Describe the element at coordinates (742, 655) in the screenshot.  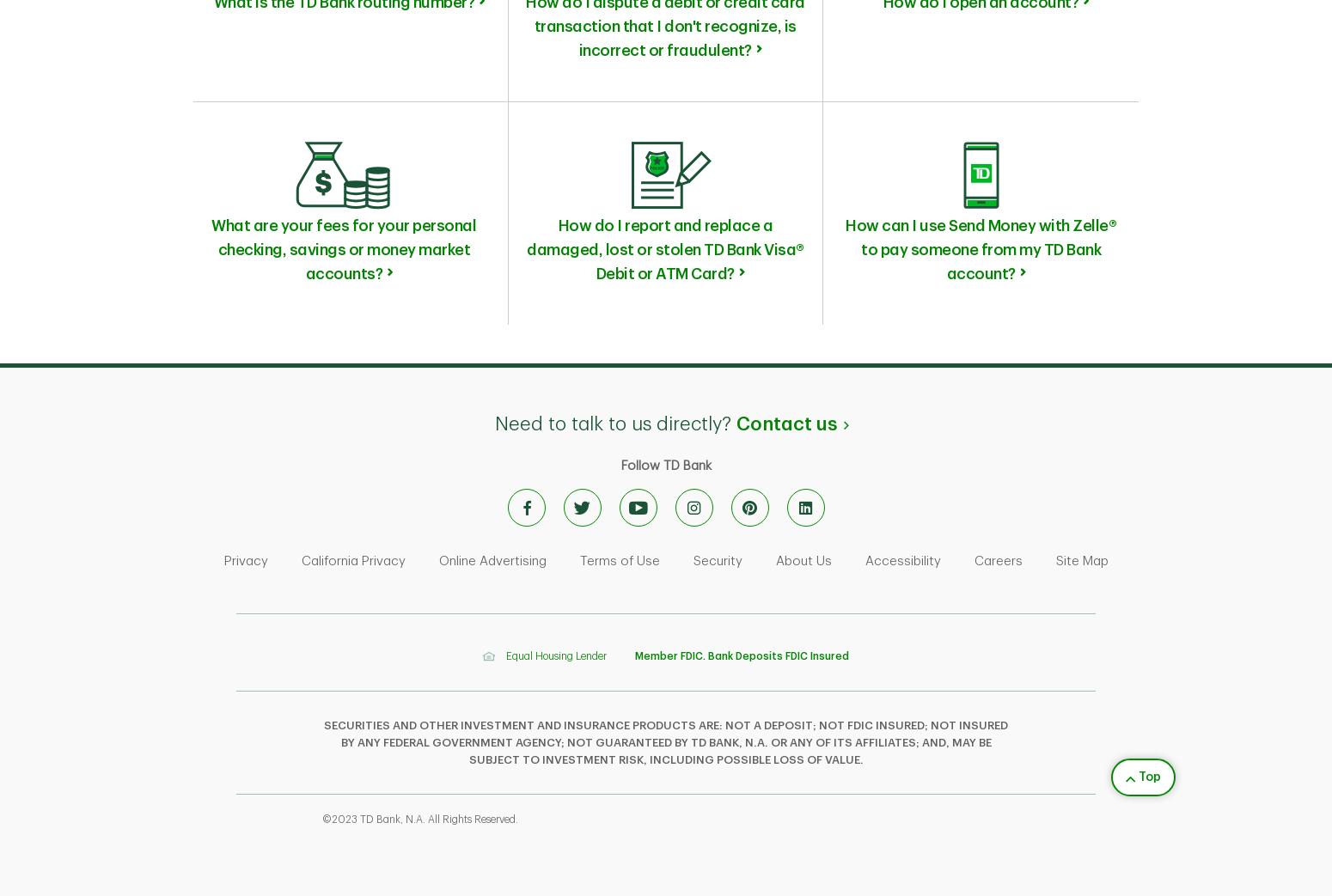
I see `'Member FDIC. Bank Deposits FDIC Insured'` at that location.